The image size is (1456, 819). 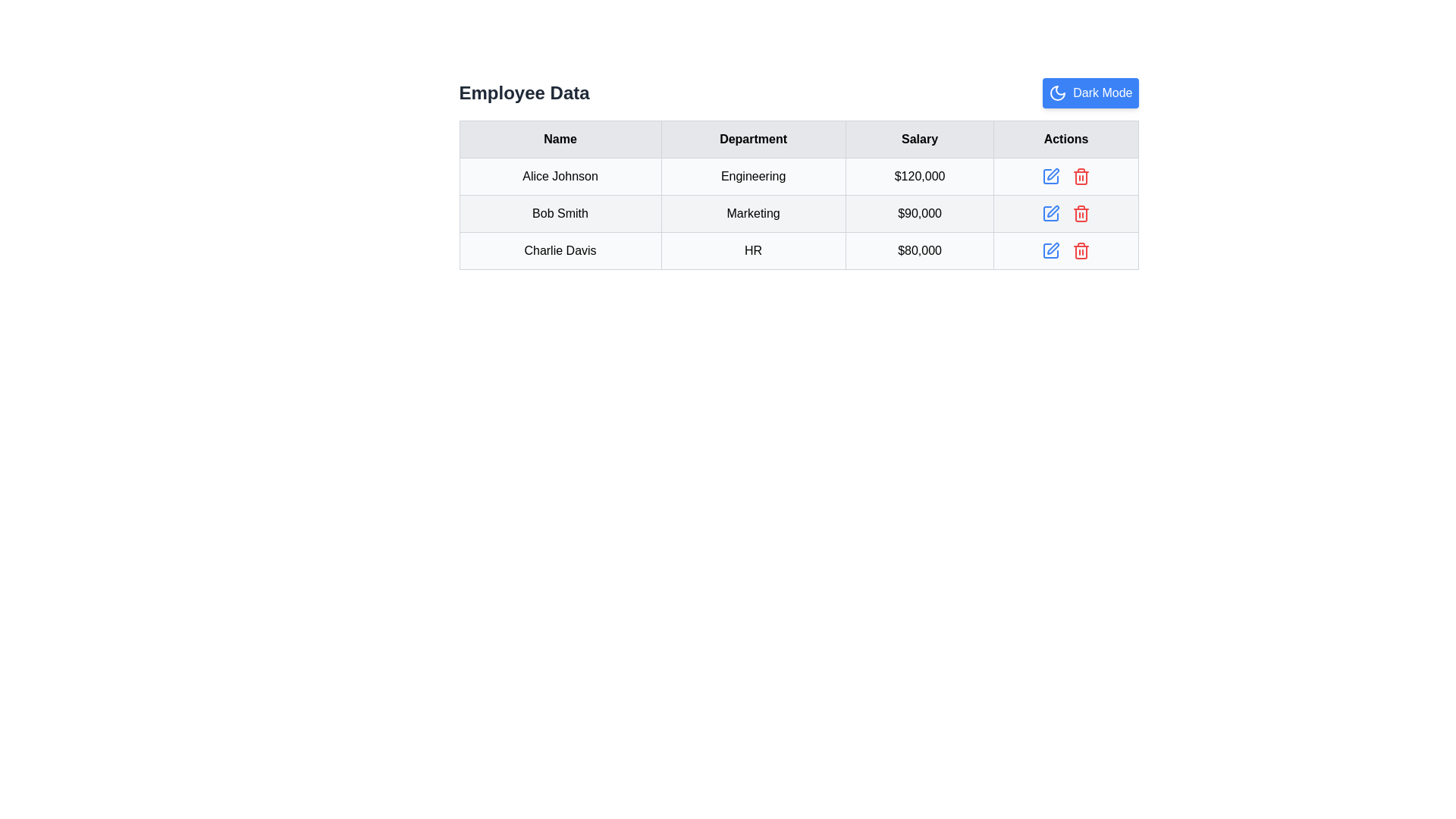 I want to click on the static text field displaying 'Alice Johnson', located in the first cell of the 'Name' column in the 'Employee Data' table, so click(x=560, y=175).